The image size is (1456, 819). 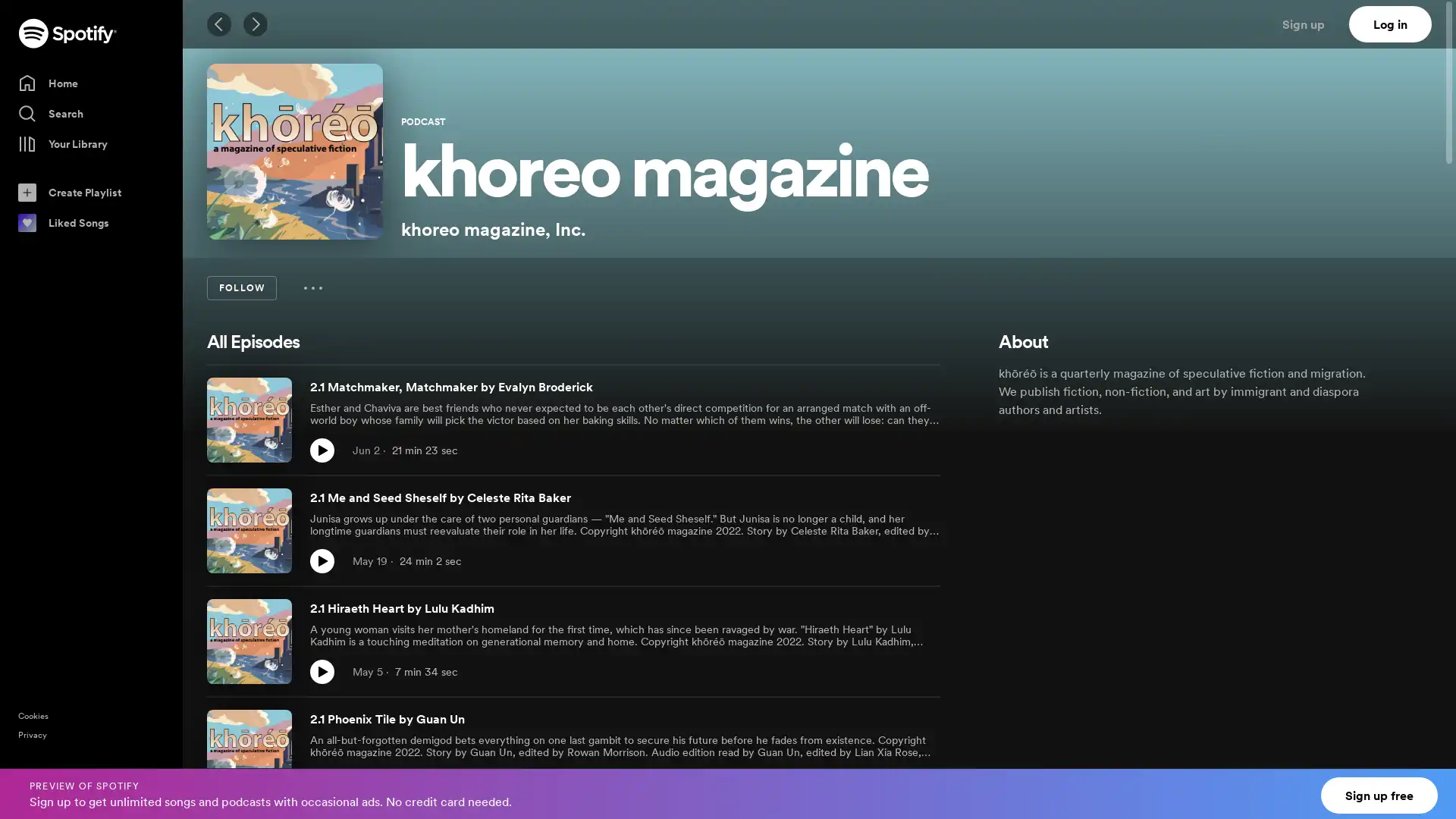 I want to click on Share, so click(x=895, y=671).